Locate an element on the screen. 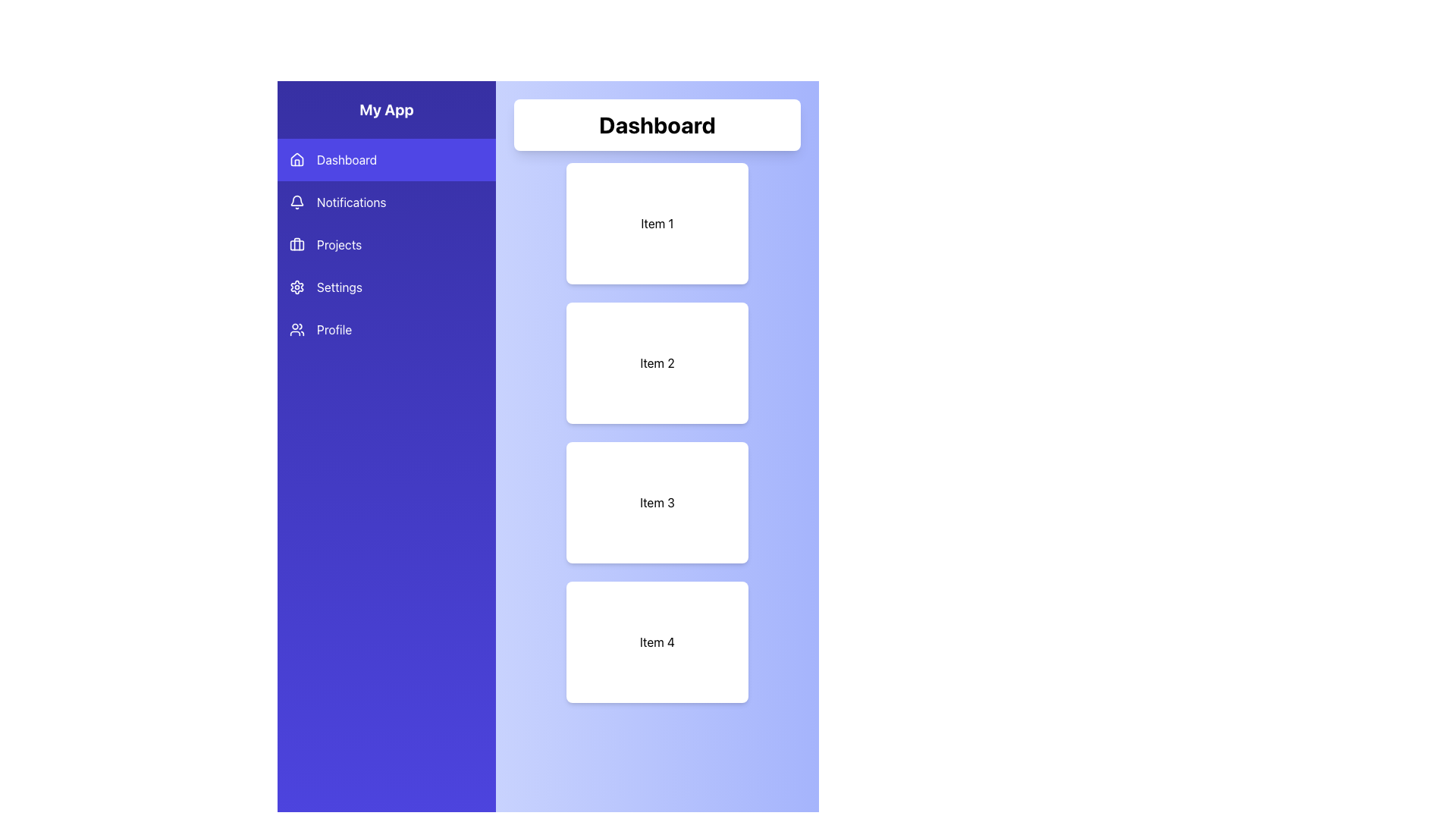 The width and height of the screenshot is (1456, 819). the small gear-shaped icon for settings, which is colored white on a blue background, located at the beginning of the 'Settings' menu item in the left sidebar is located at coordinates (297, 287).